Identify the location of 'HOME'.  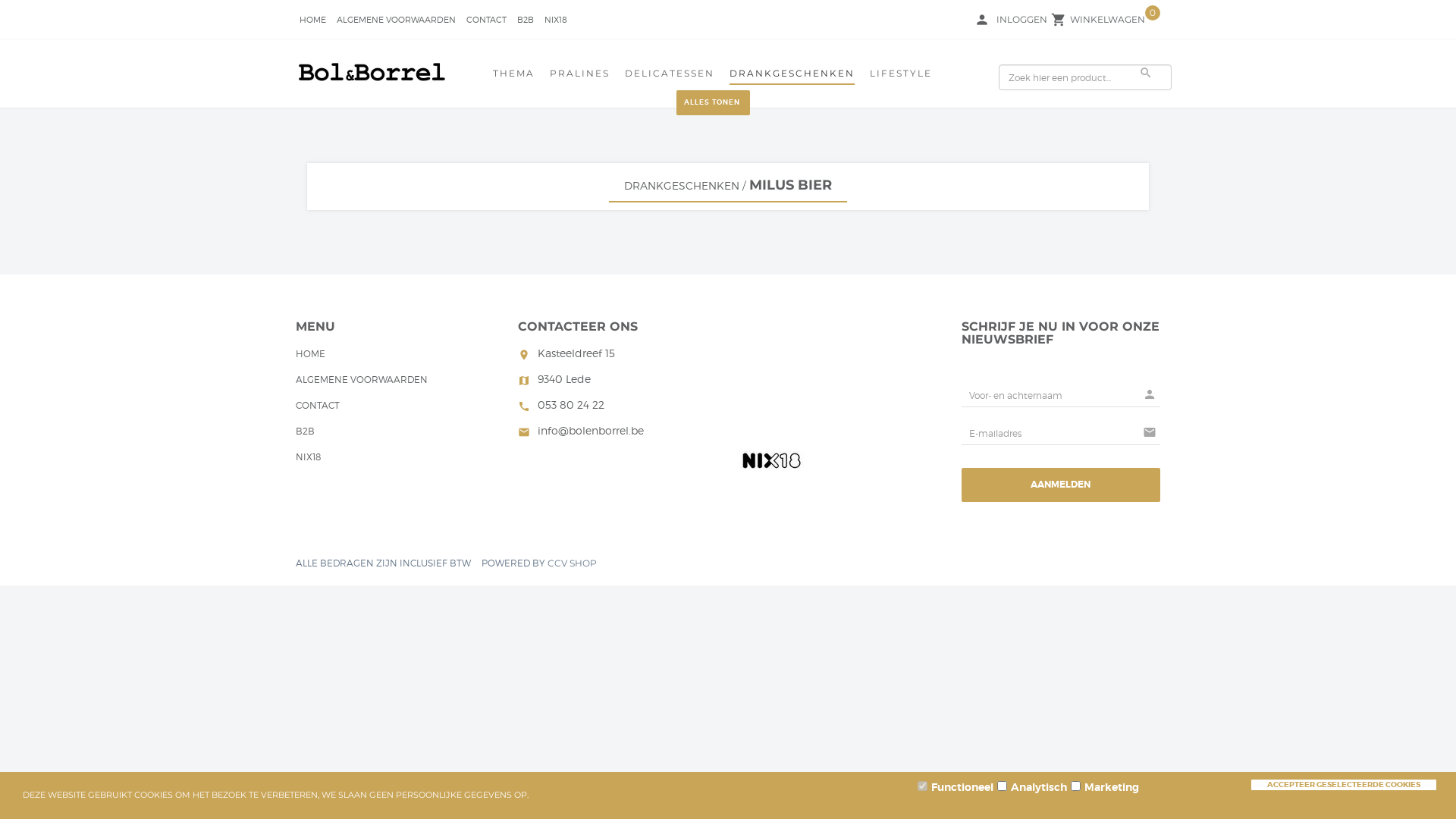
(309, 356).